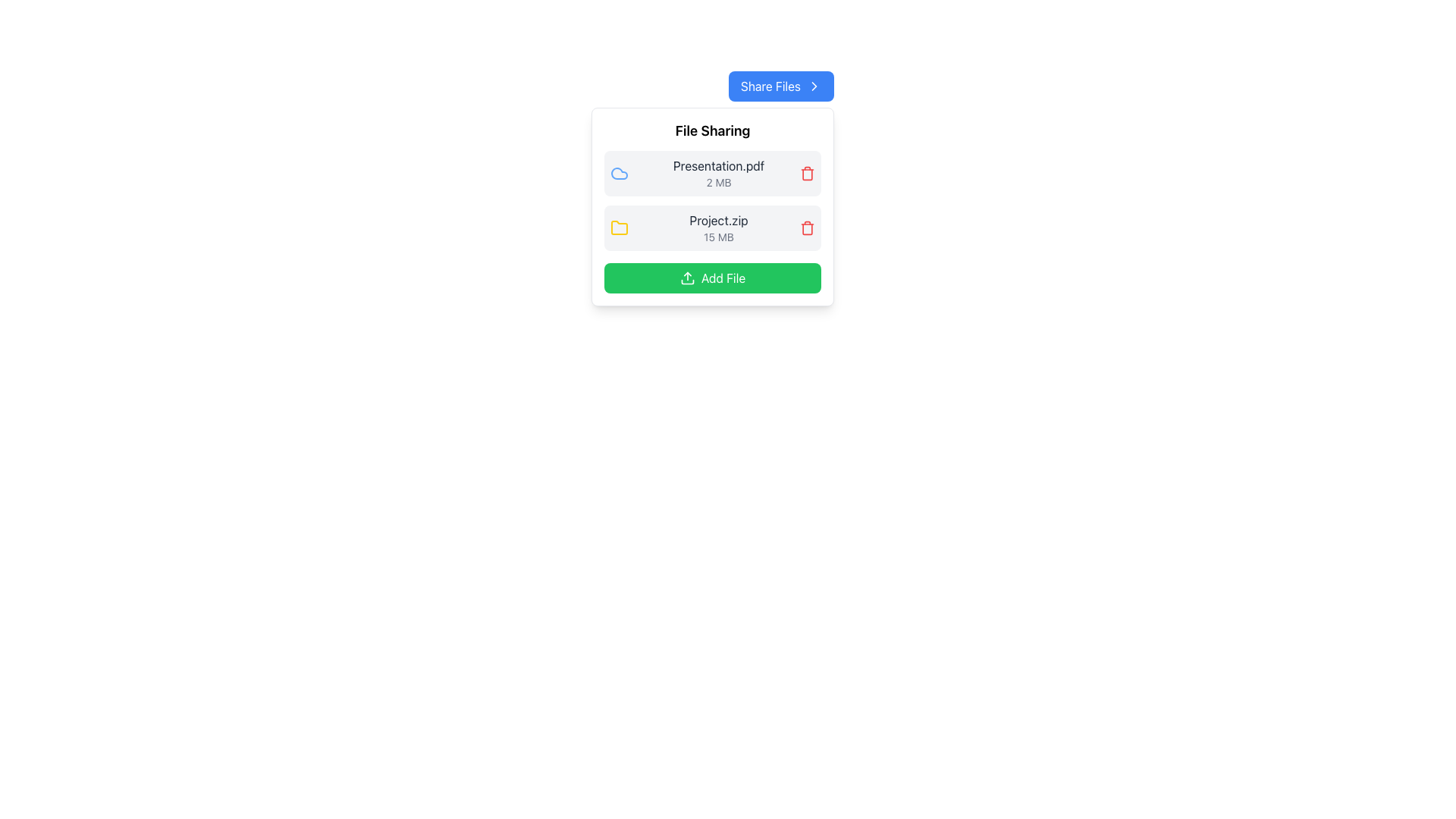 Image resolution: width=1456 pixels, height=819 pixels. Describe the element at coordinates (687, 281) in the screenshot. I see `the bottom portion of the upload icon, which is represented by a vector graphic segment within an SVG group` at that location.